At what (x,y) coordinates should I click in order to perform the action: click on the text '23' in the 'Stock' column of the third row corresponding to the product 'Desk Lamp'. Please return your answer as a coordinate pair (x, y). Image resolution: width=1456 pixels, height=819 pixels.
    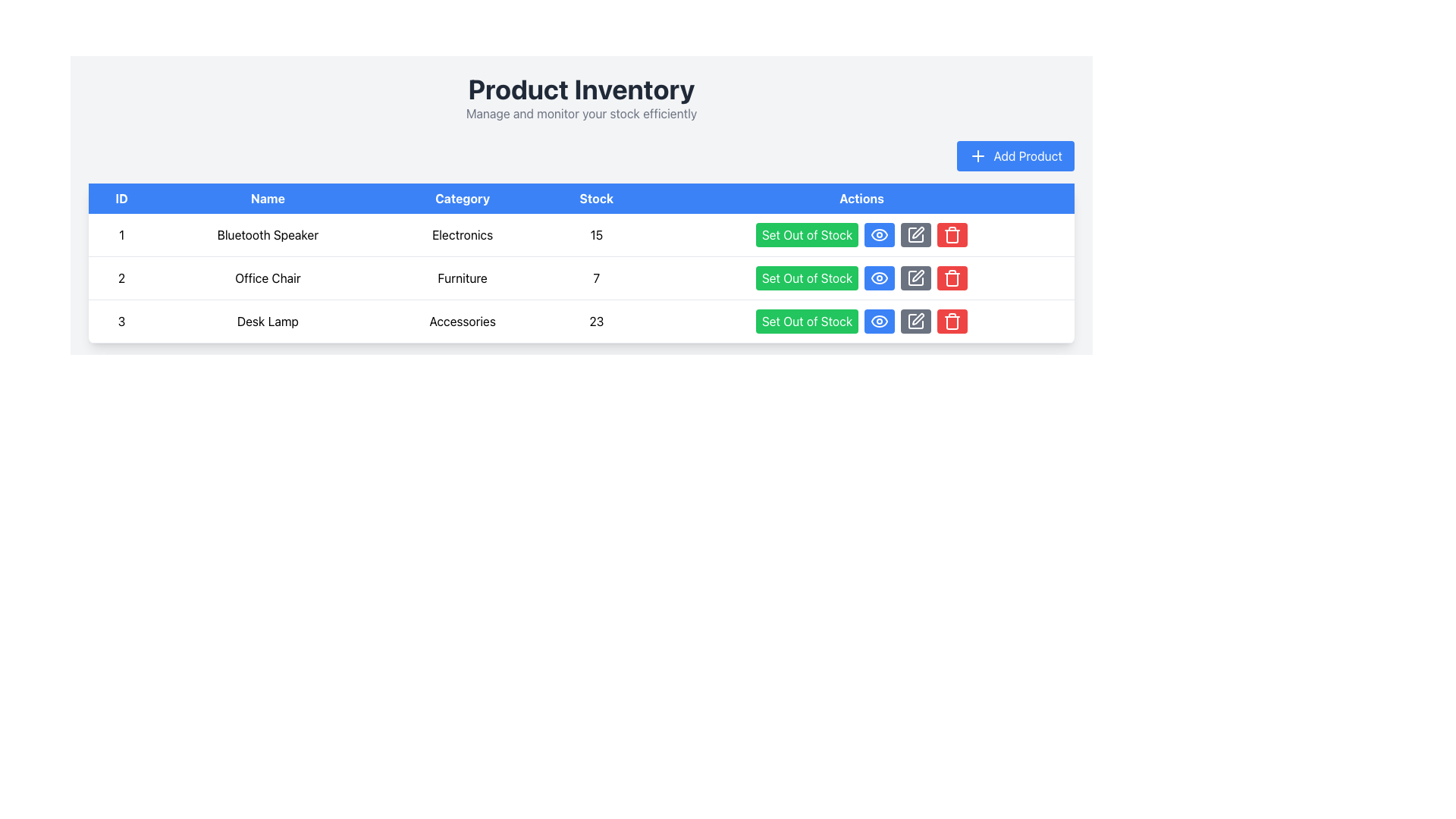
    Looking at the image, I should click on (595, 321).